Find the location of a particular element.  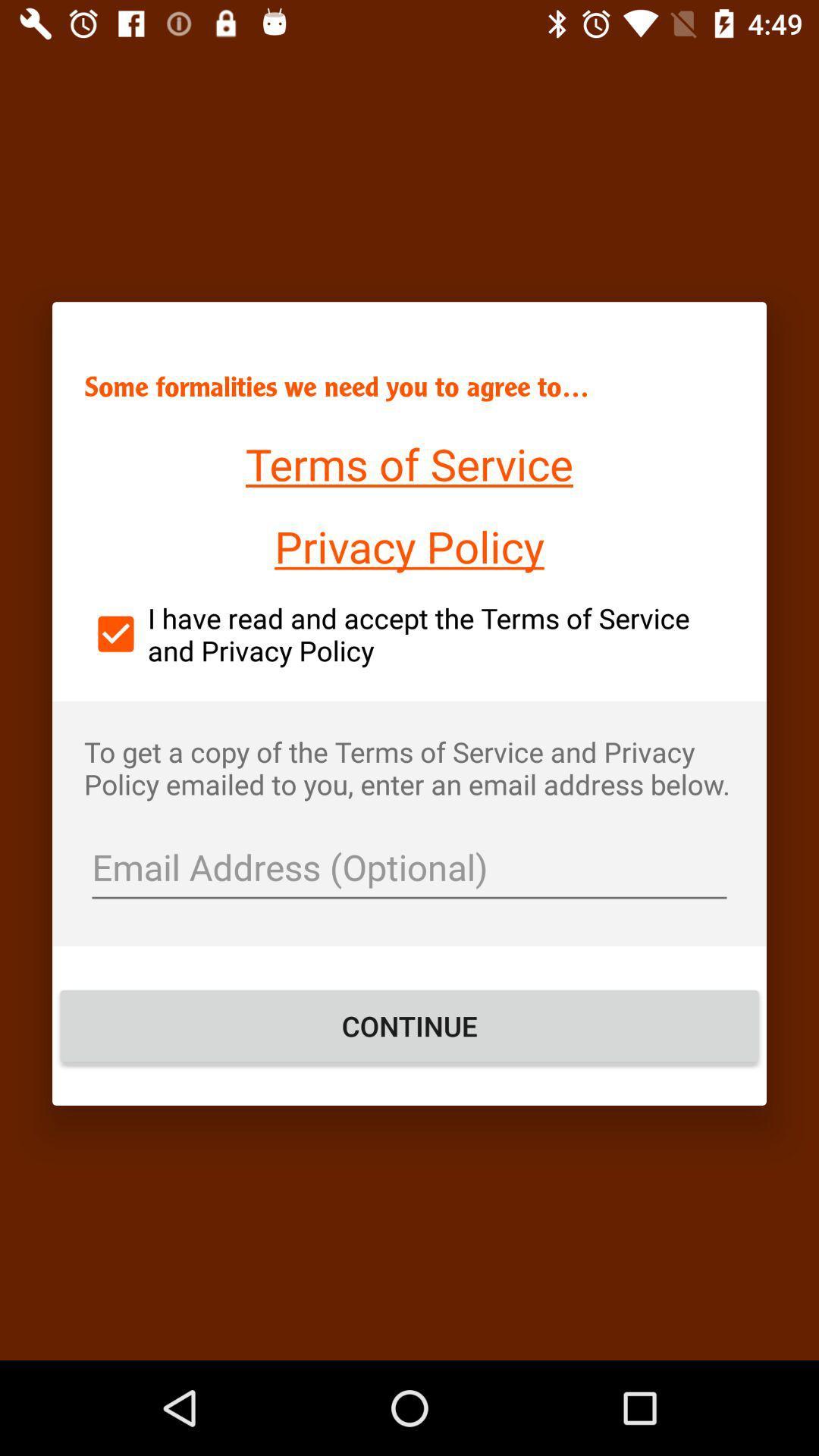

icon above the to get a icon is located at coordinates (409, 634).